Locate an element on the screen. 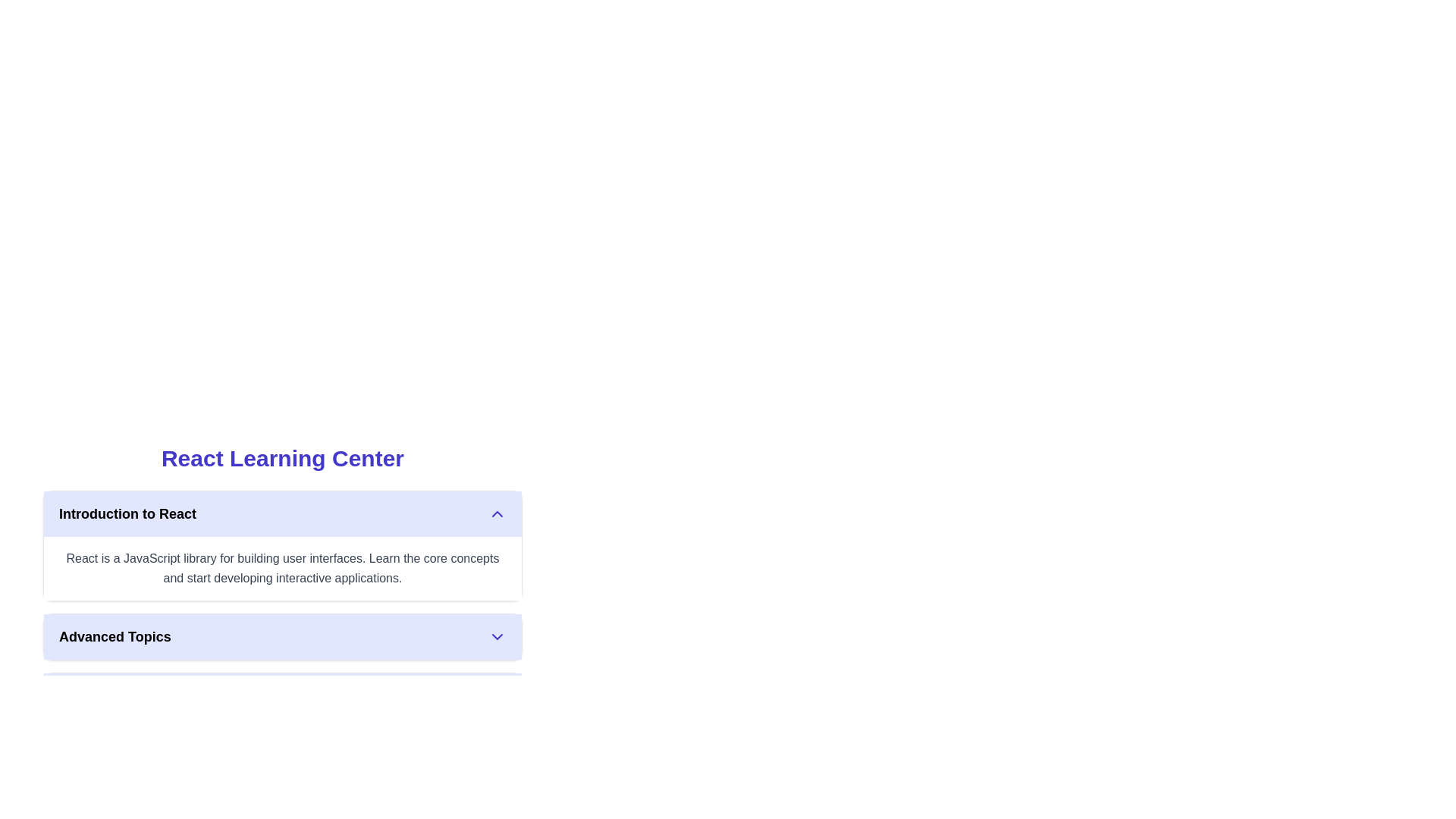  the upward-pointing chevron icon located at the top-right corner of the 'Introduction to React' section is located at coordinates (497, 513).